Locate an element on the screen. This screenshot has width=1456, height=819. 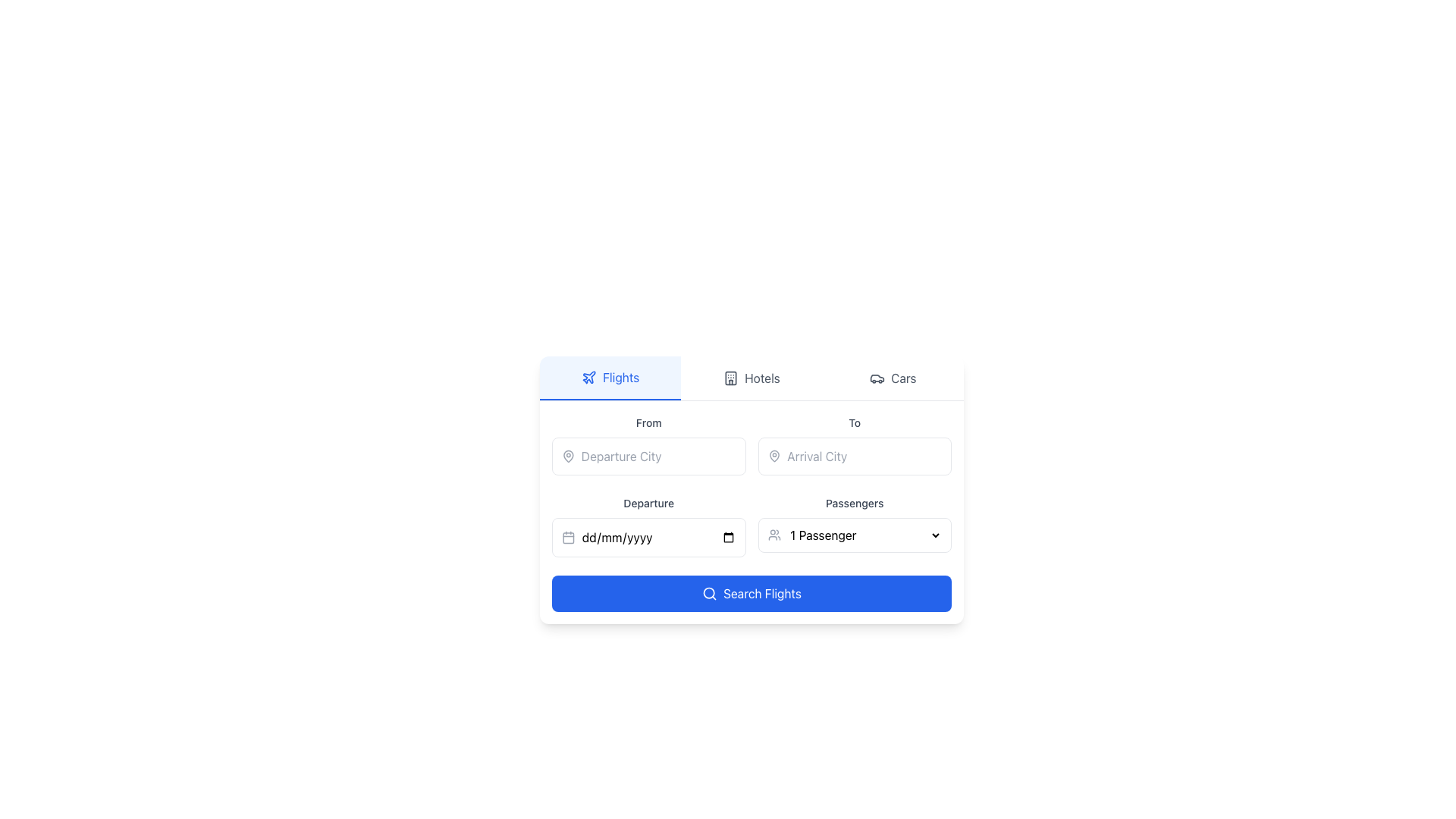
the search icon located on the left side of the 'Search Flights' button is located at coordinates (709, 593).